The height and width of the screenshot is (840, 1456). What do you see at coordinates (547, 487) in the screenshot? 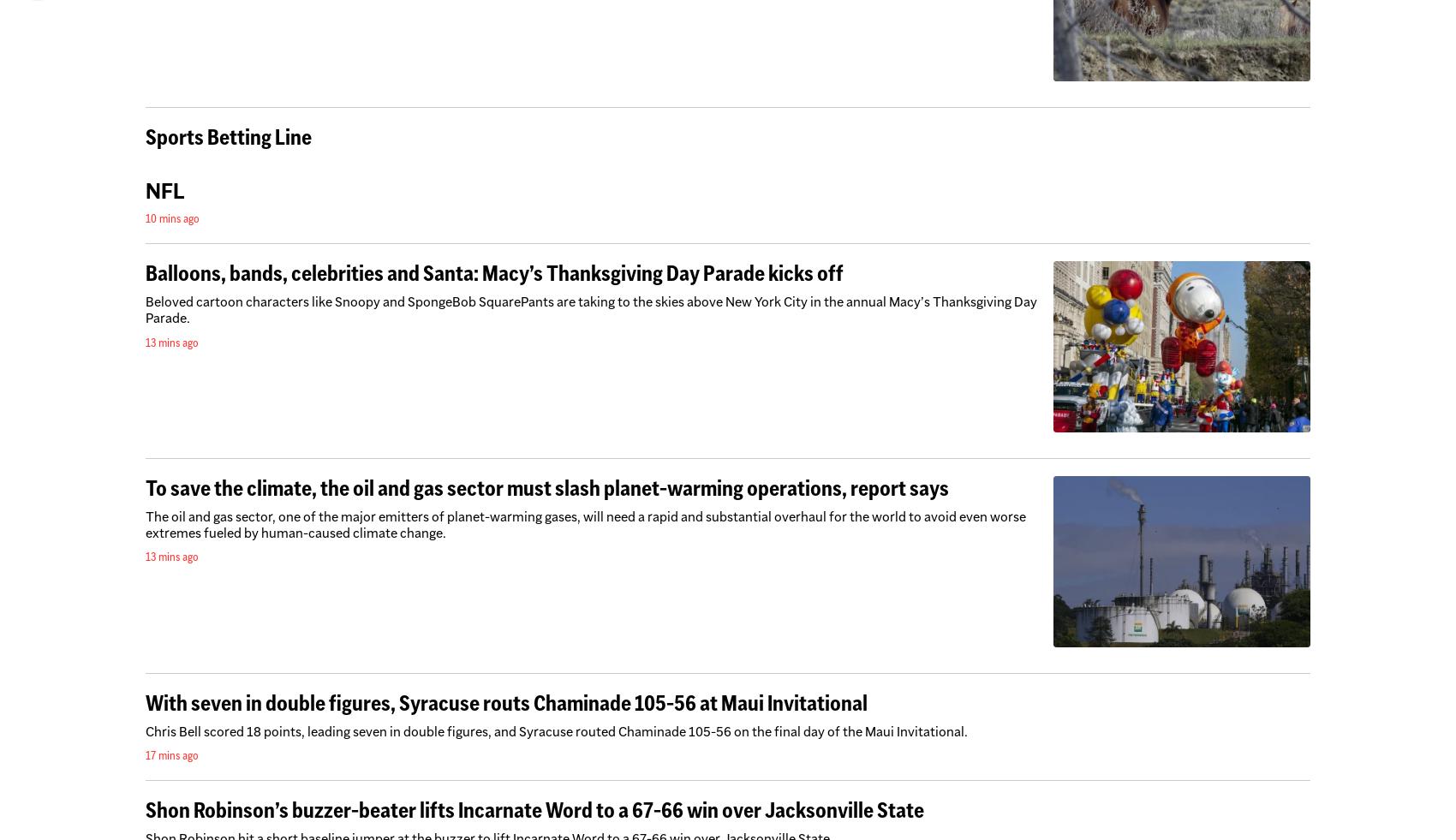
I see `'To save the climate, the oil and gas sector must slash planet-warming operations, report says'` at bounding box center [547, 487].